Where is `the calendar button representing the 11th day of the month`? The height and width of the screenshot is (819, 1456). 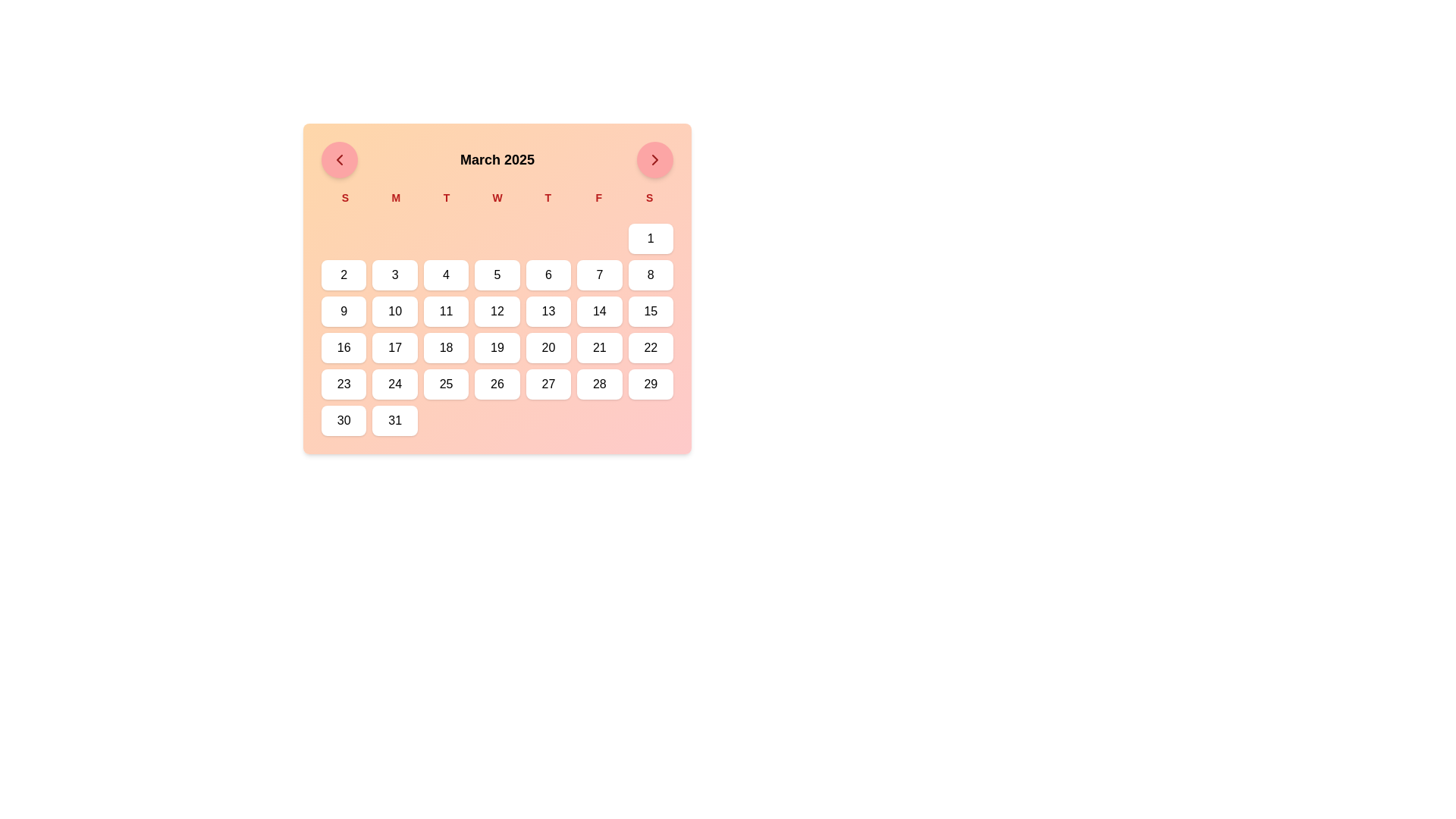
the calendar button representing the 11th day of the month is located at coordinates (445, 311).